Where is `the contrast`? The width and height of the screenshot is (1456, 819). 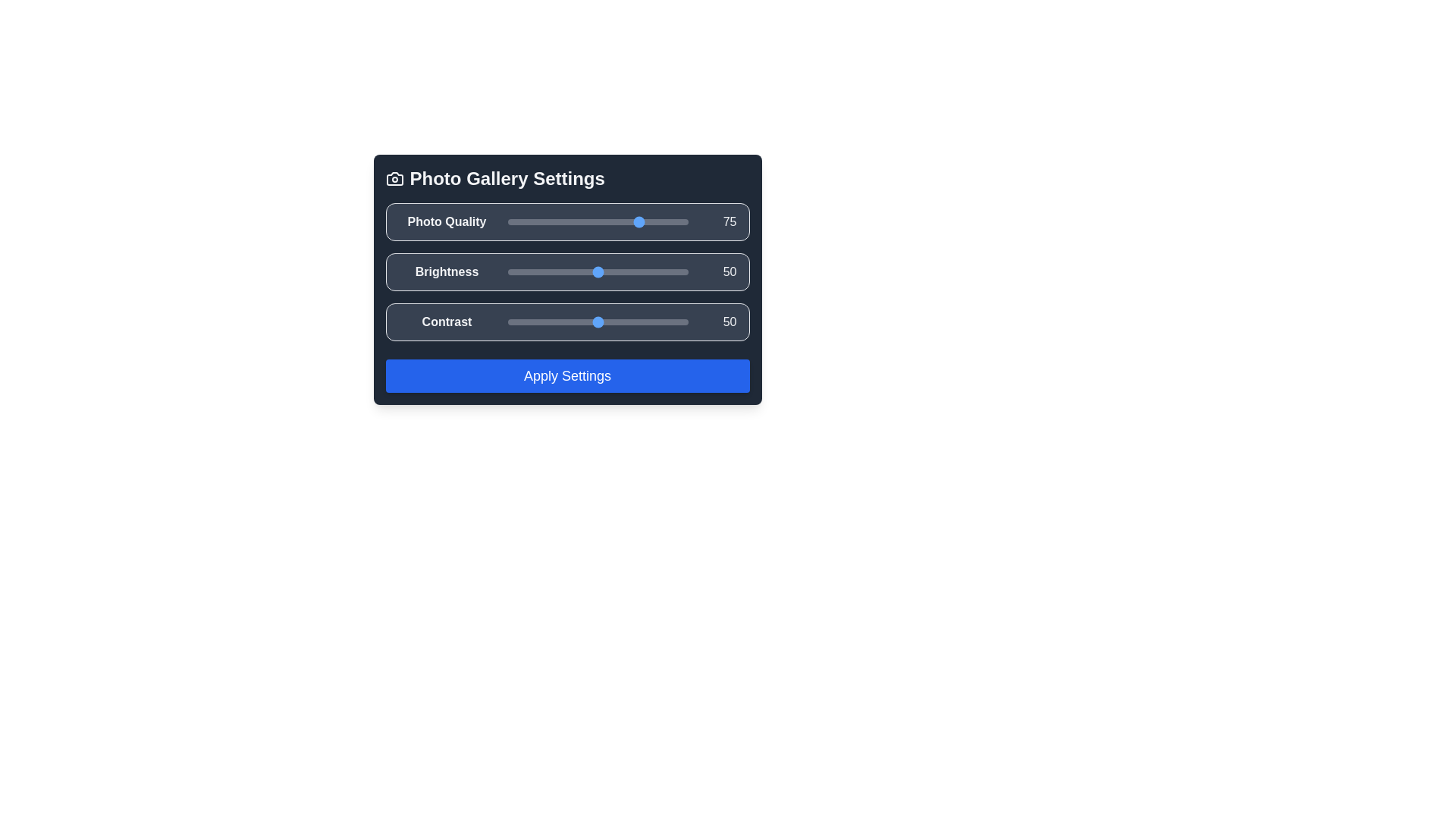
the contrast is located at coordinates (593, 321).